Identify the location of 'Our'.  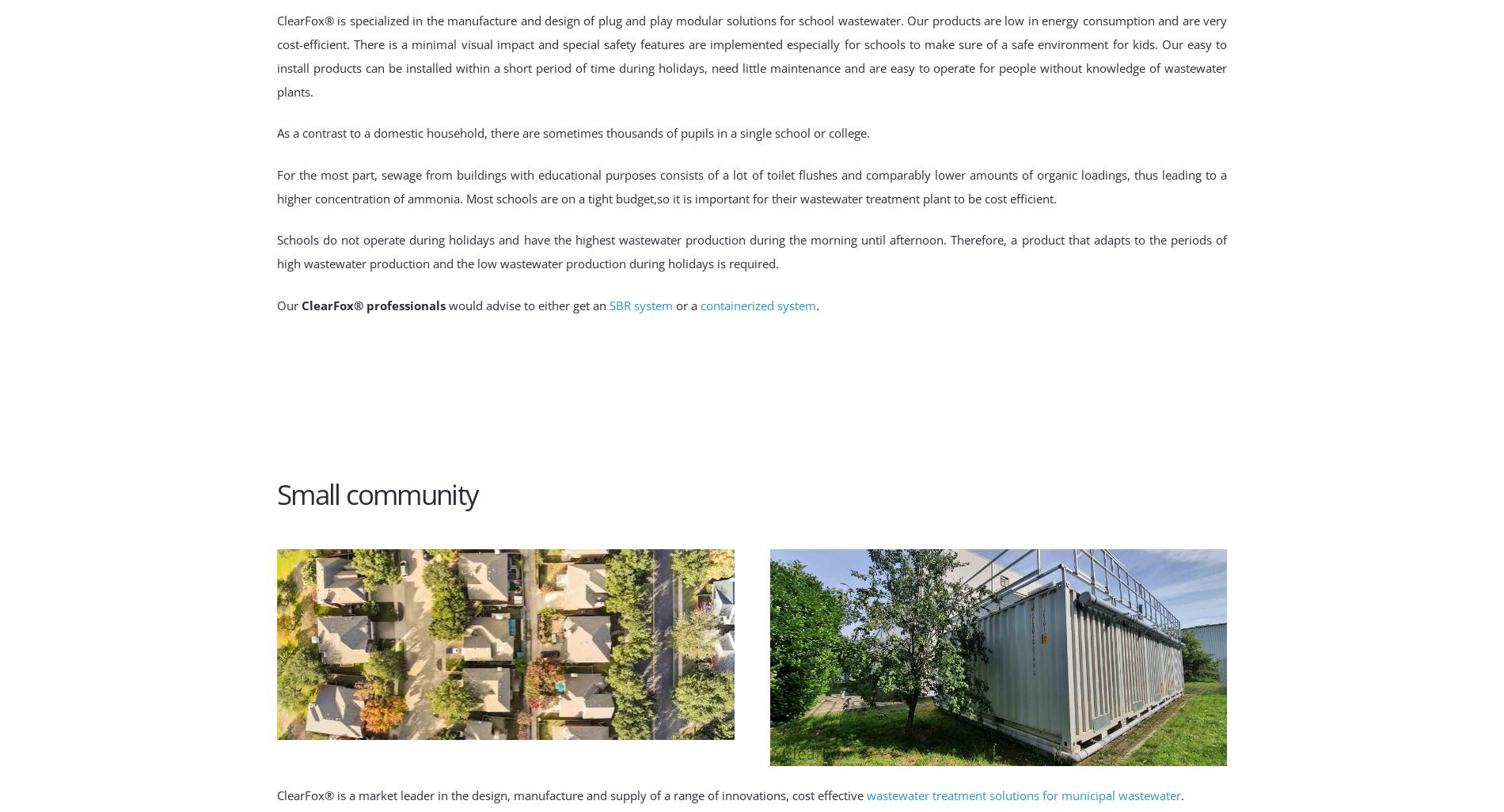
(288, 303).